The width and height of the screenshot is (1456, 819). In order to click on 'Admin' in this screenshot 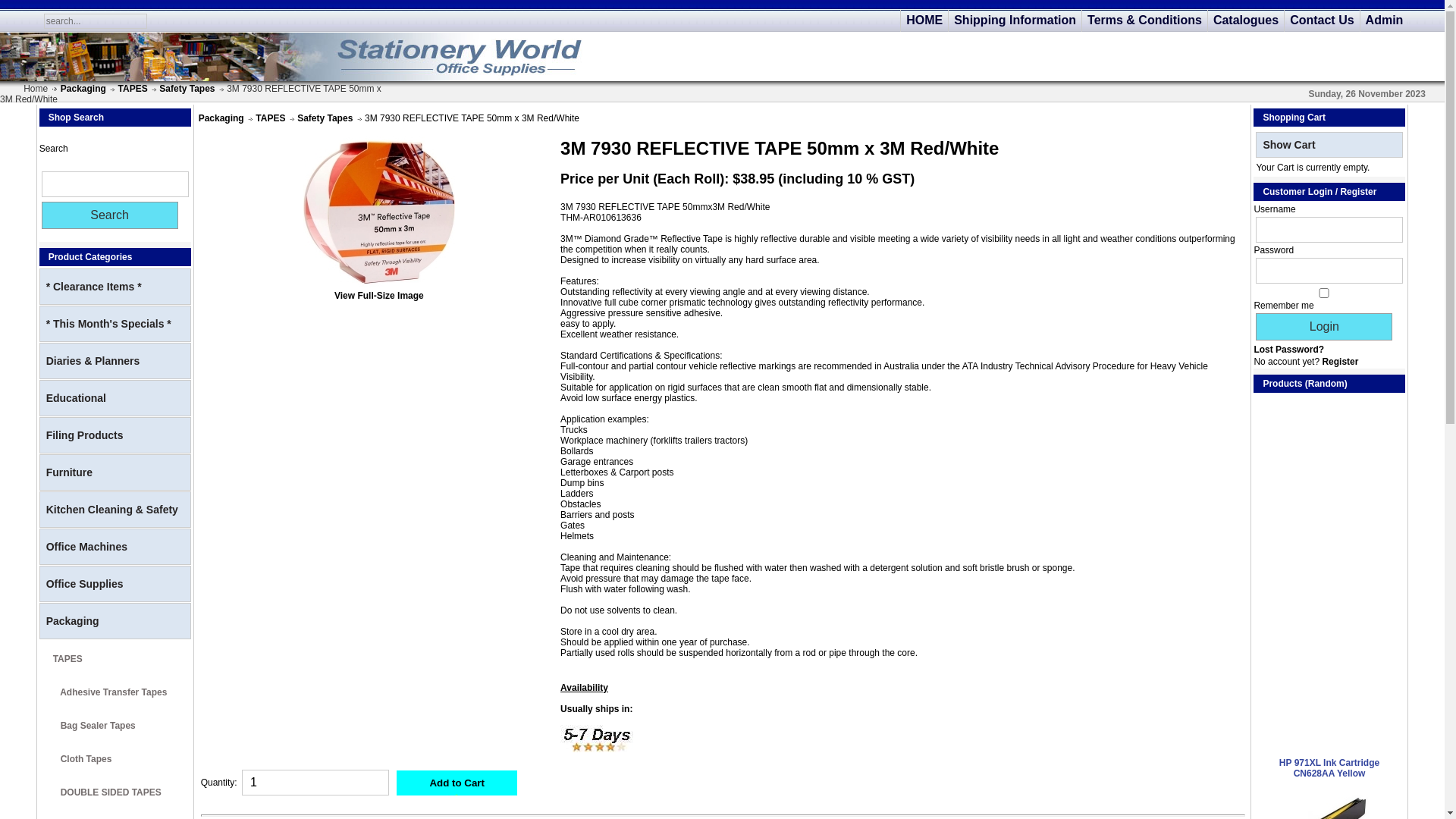, I will do `click(1384, 20)`.